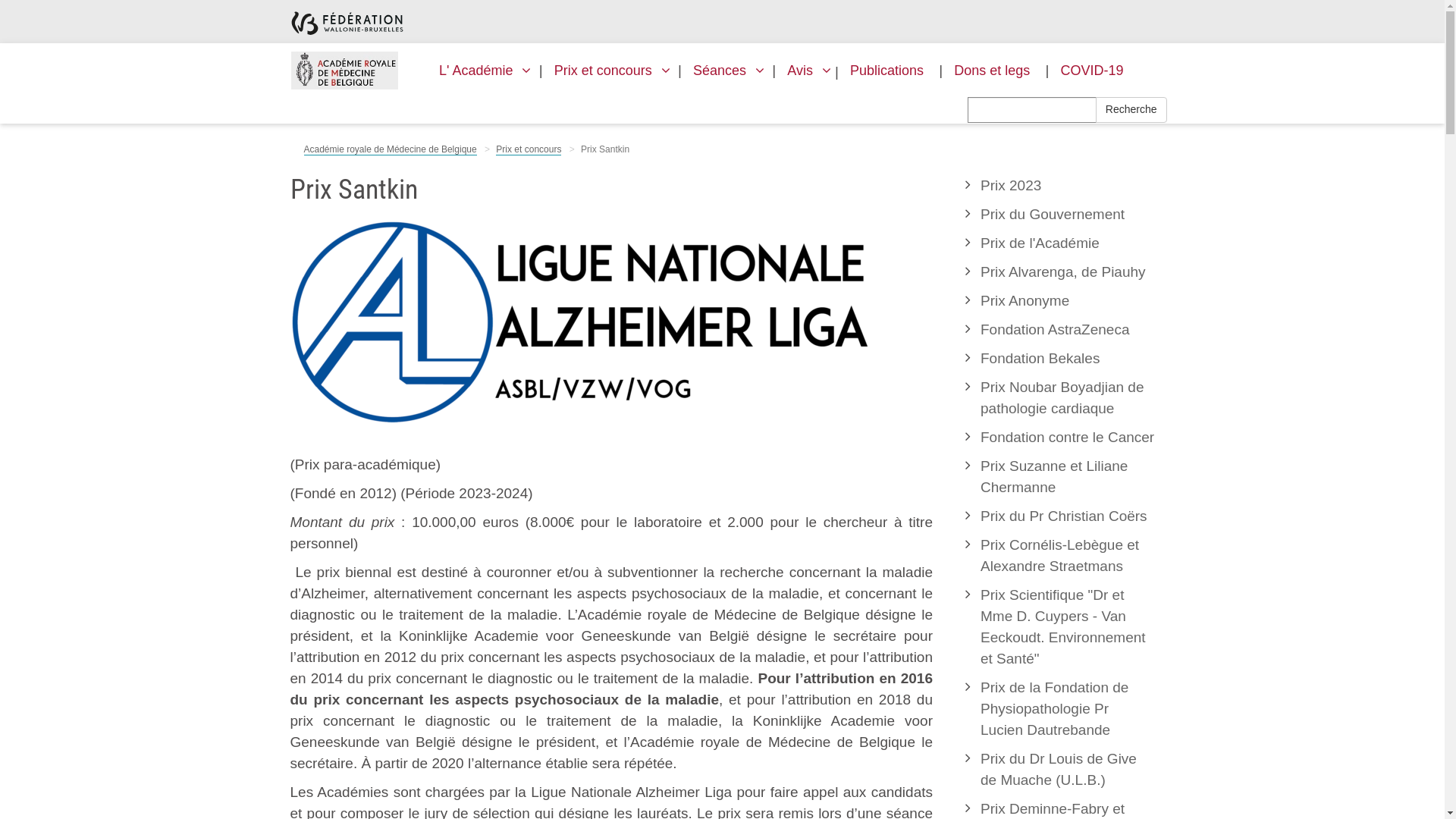  Describe the element at coordinates (980, 185) in the screenshot. I see `'Prix 2023'` at that location.